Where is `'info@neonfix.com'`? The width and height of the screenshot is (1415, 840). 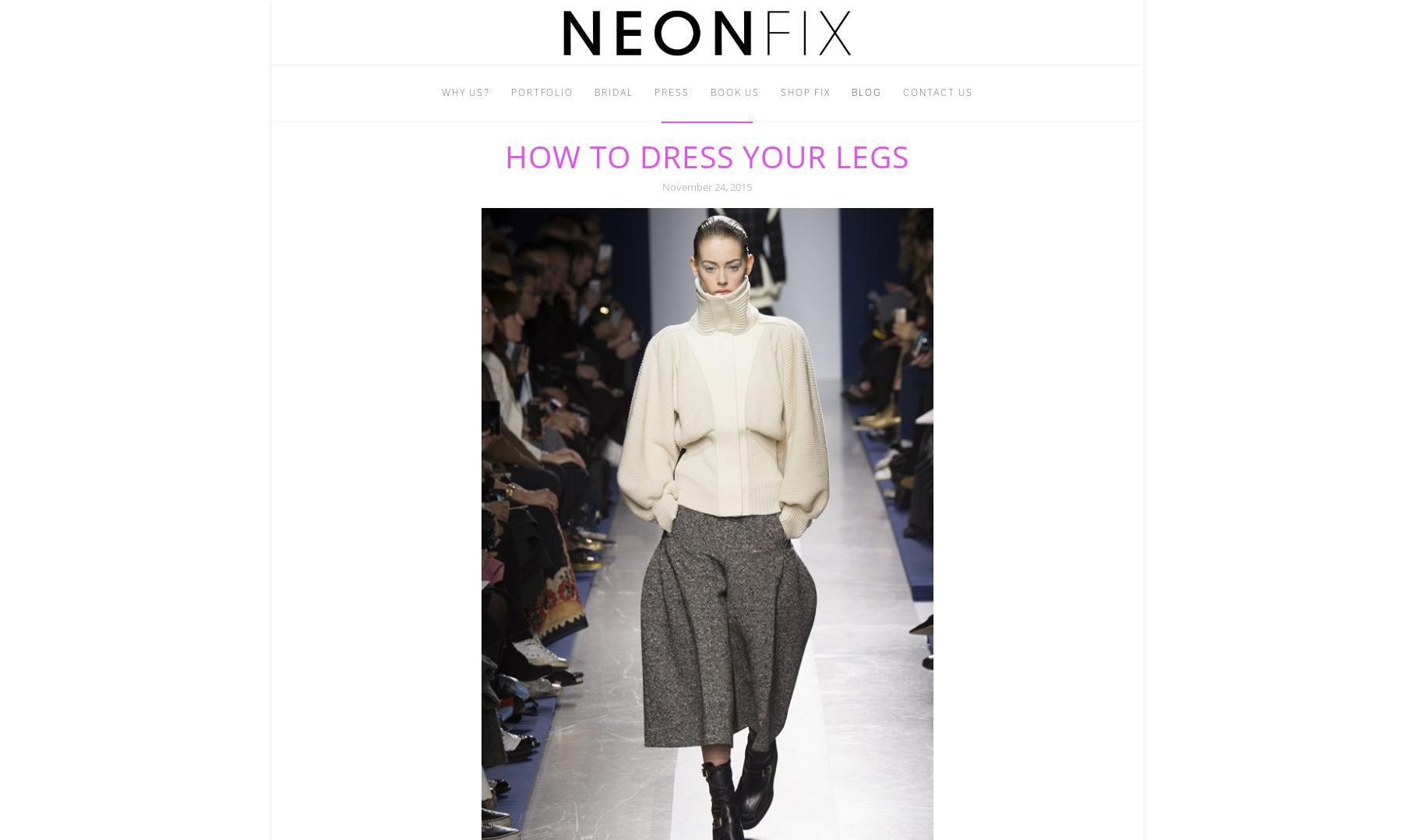 'info@neonfix.com' is located at coordinates (722, 154).